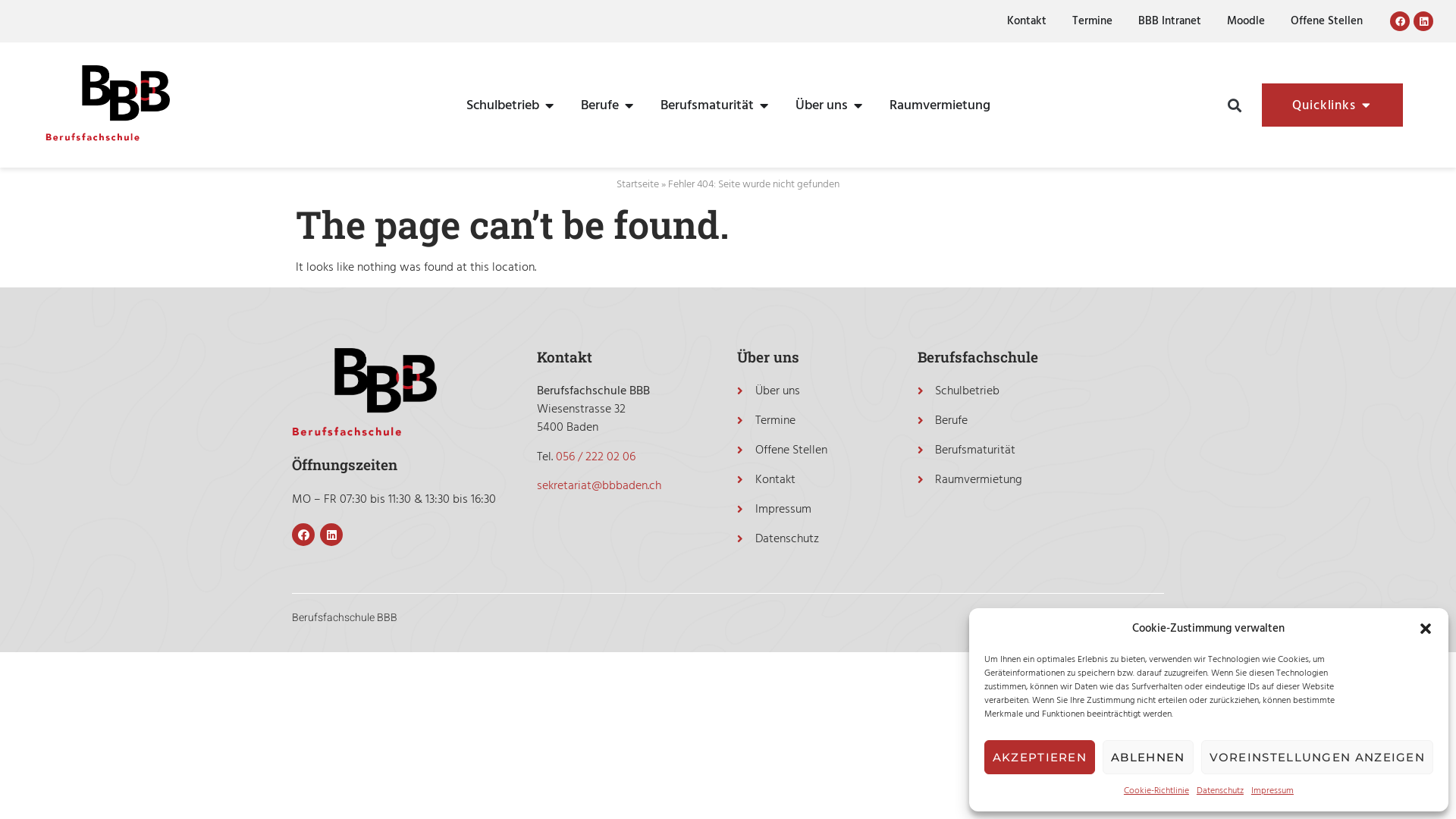 The width and height of the screenshot is (1456, 819). What do you see at coordinates (736, 509) in the screenshot?
I see `'Impressum'` at bounding box center [736, 509].